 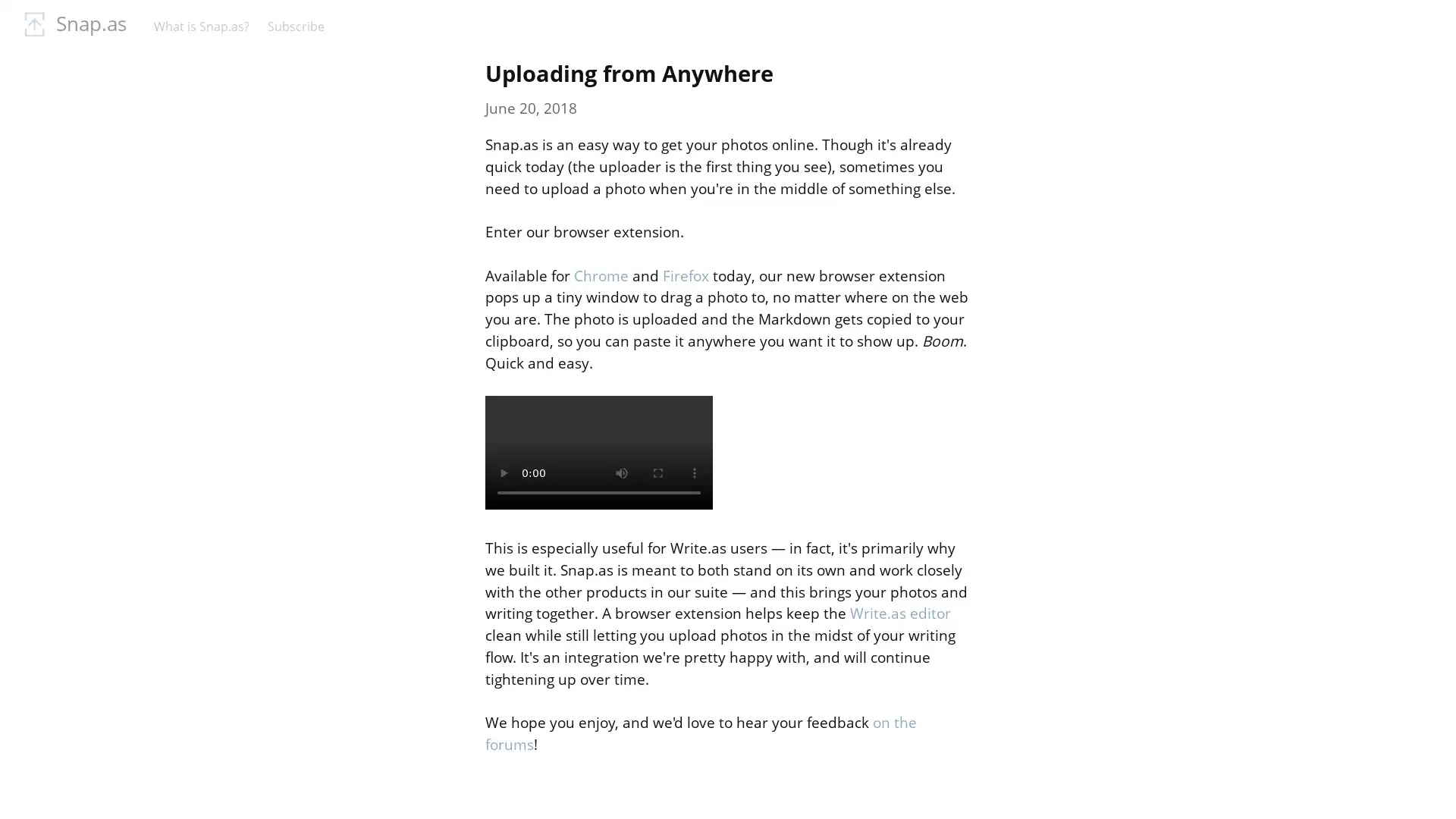 What do you see at coordinates (622, 472) in the screenshot?
I see `mute` at bounding box center [622, 472].